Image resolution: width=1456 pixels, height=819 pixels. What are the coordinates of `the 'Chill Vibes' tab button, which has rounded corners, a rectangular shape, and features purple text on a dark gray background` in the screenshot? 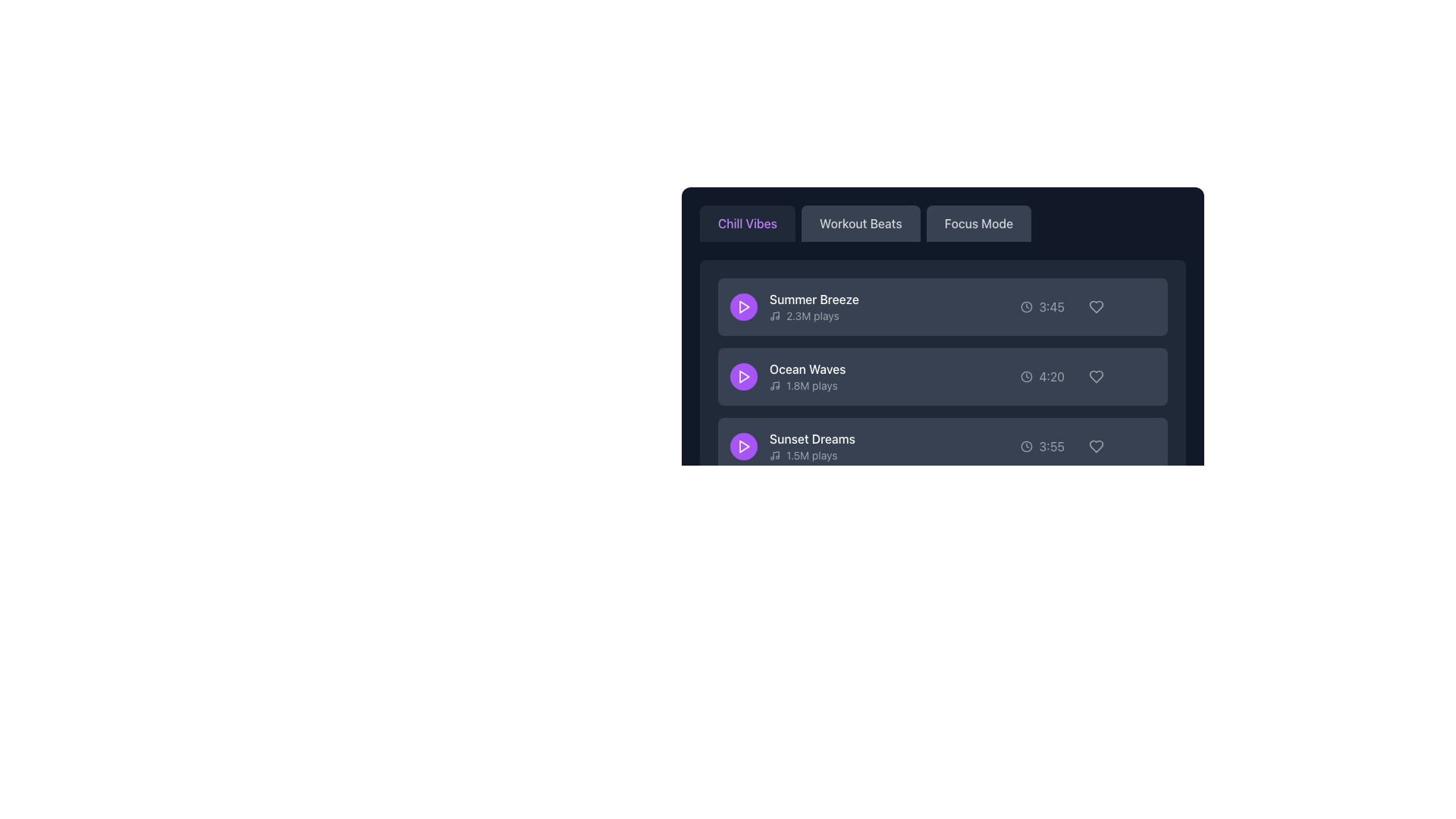 It's located at (747, 223).